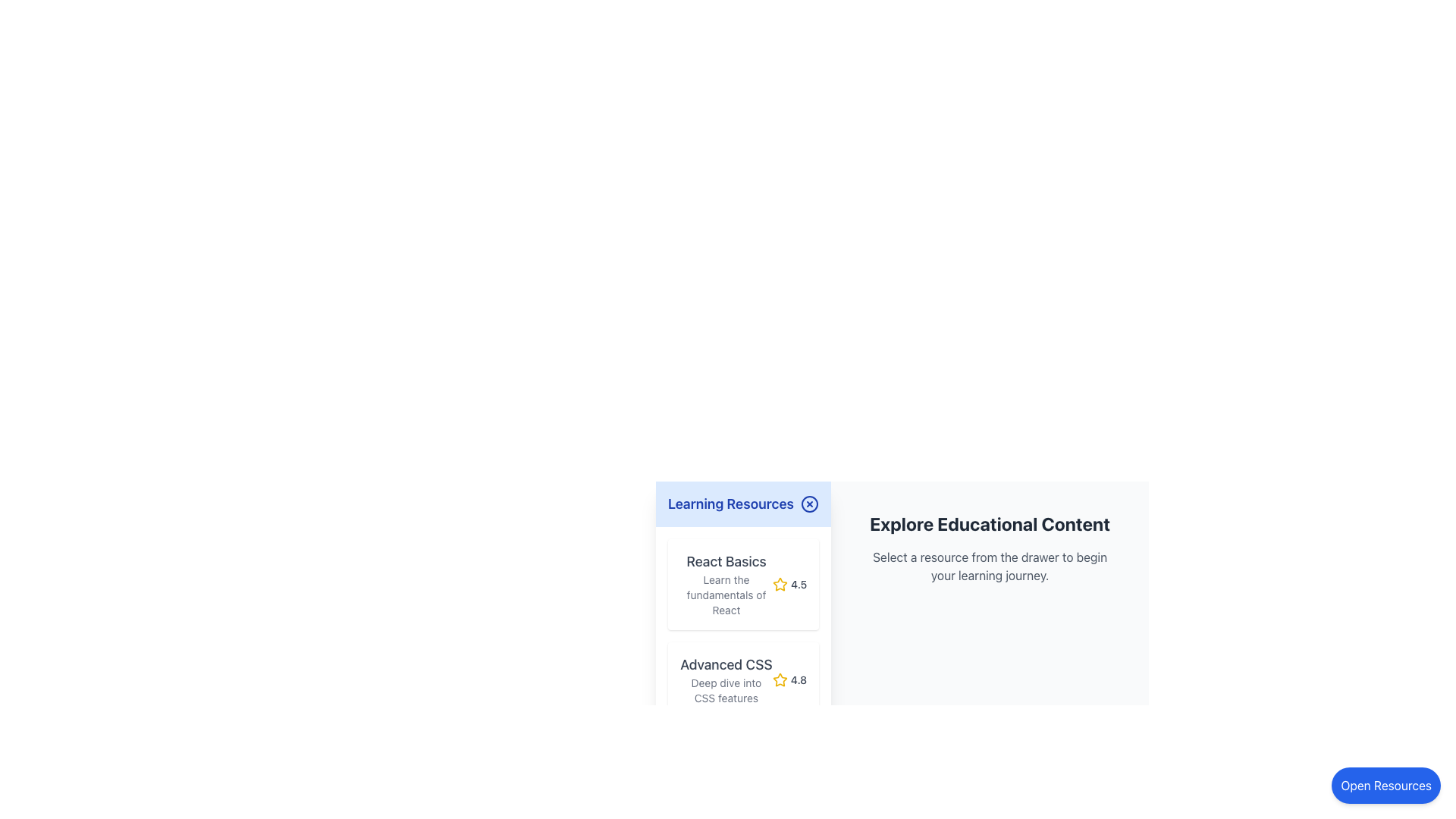 This screenshot has height=819, width=1456. Describe the element at coordinates (726, 595) in the screenshot. I see `the text label that reads 'Learn the fundamentals of React', which is located in the 'Learning Resources' sidebar, beneath the 'React Basics' header` at that location.